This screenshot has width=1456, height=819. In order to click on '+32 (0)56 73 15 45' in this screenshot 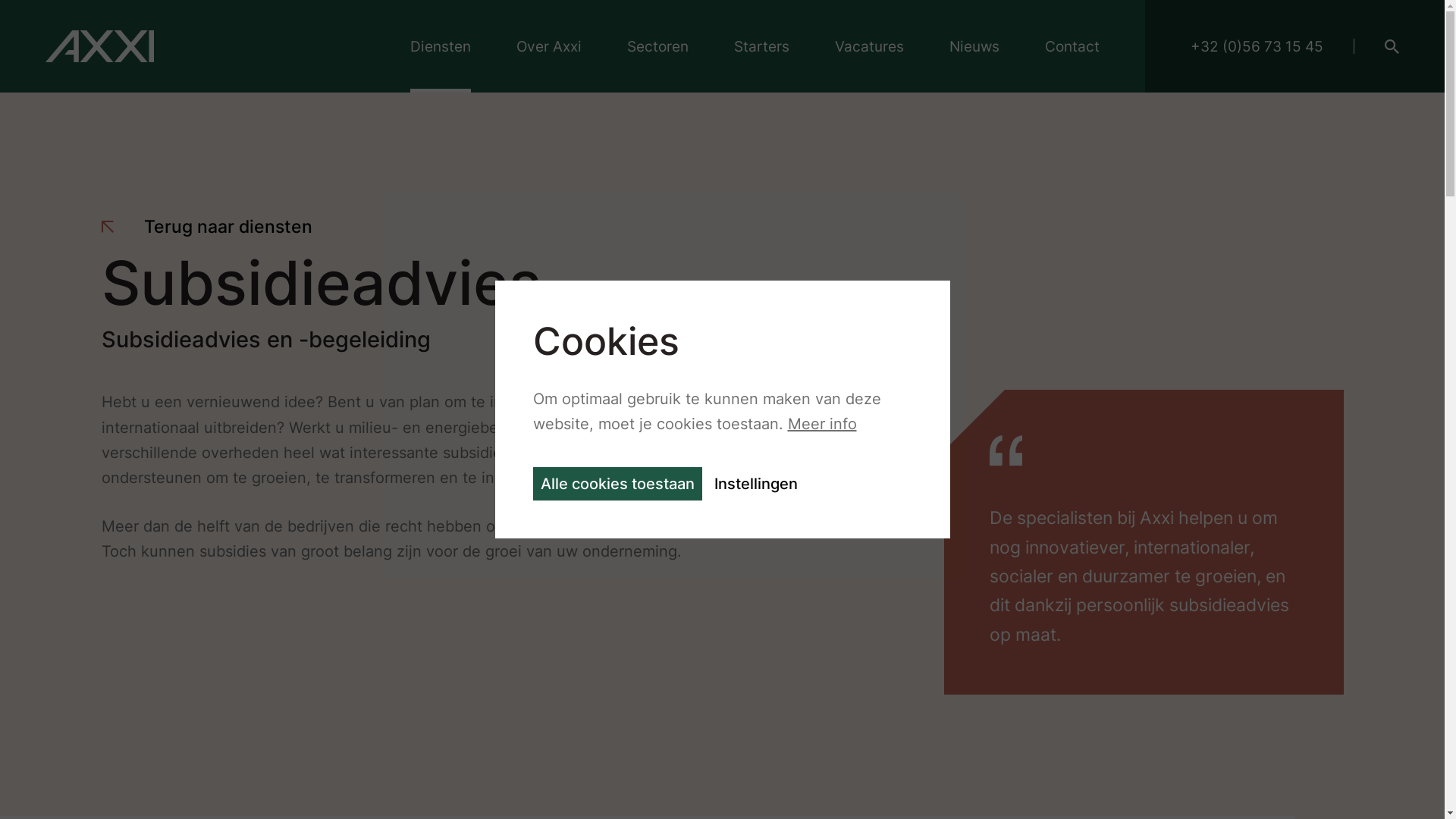, I will do `click(1257, 45)`.